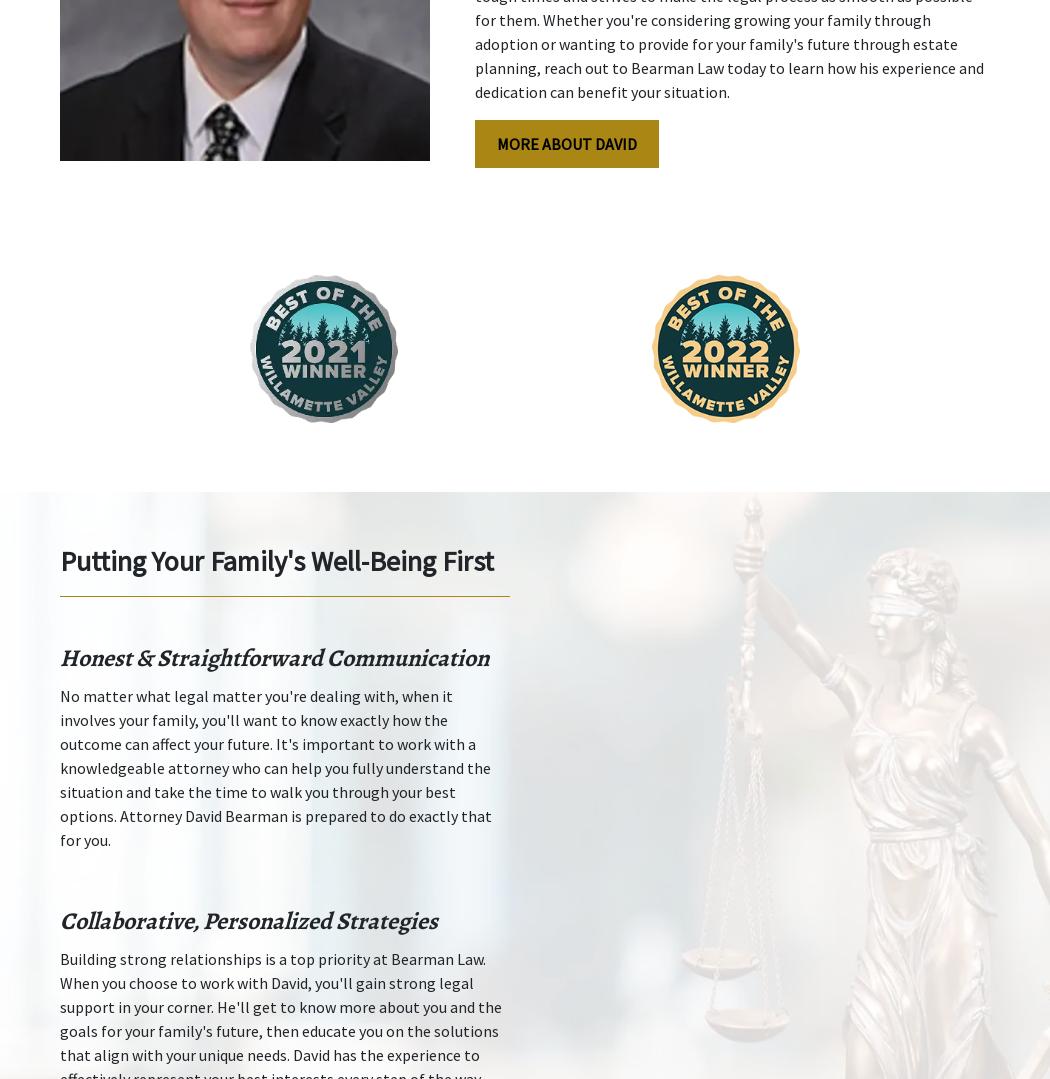 The image size is (1050, 1079). Describe the element at coordinates (504, 921) in the screenshot. I see `'The information on this website is for general information purposes only. Nothing on this site should be taken as legal advice for any individual case or situation. This information is not intended to create, and receipt or viewing does not constitute, an attorney-client relationship.'` at that location.